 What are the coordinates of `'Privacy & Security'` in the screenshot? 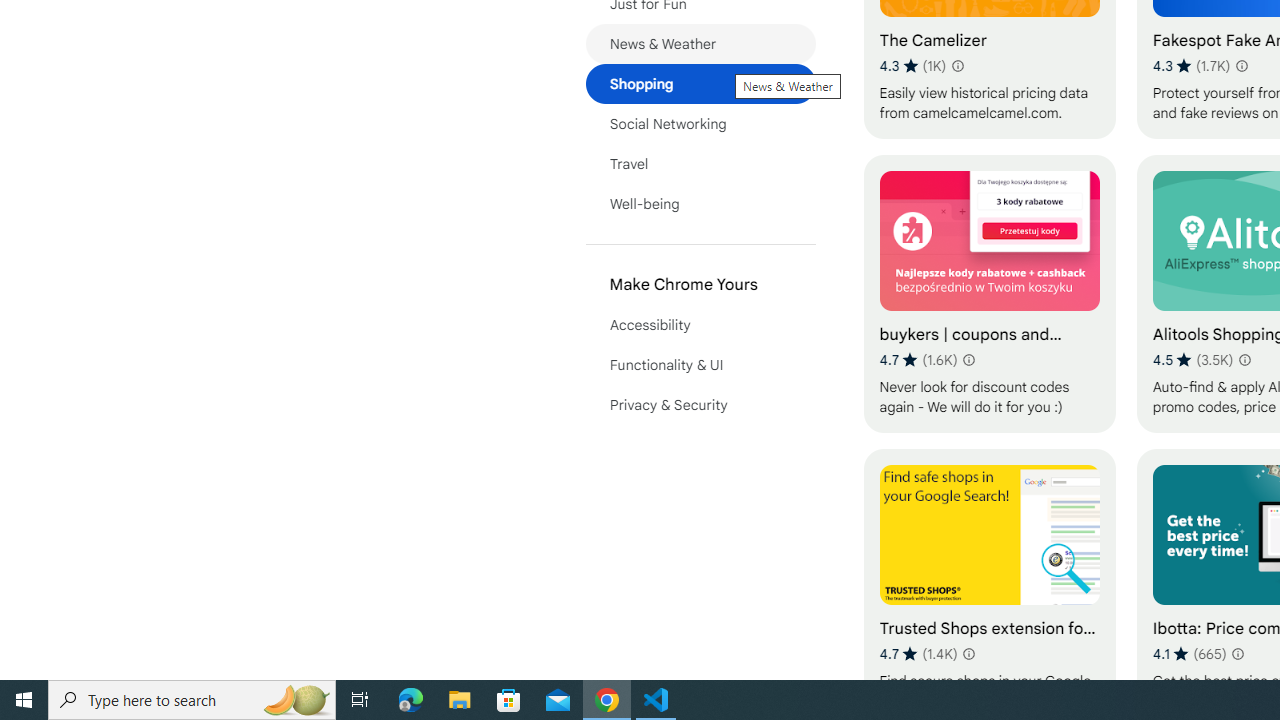 It's located at (700, 405).